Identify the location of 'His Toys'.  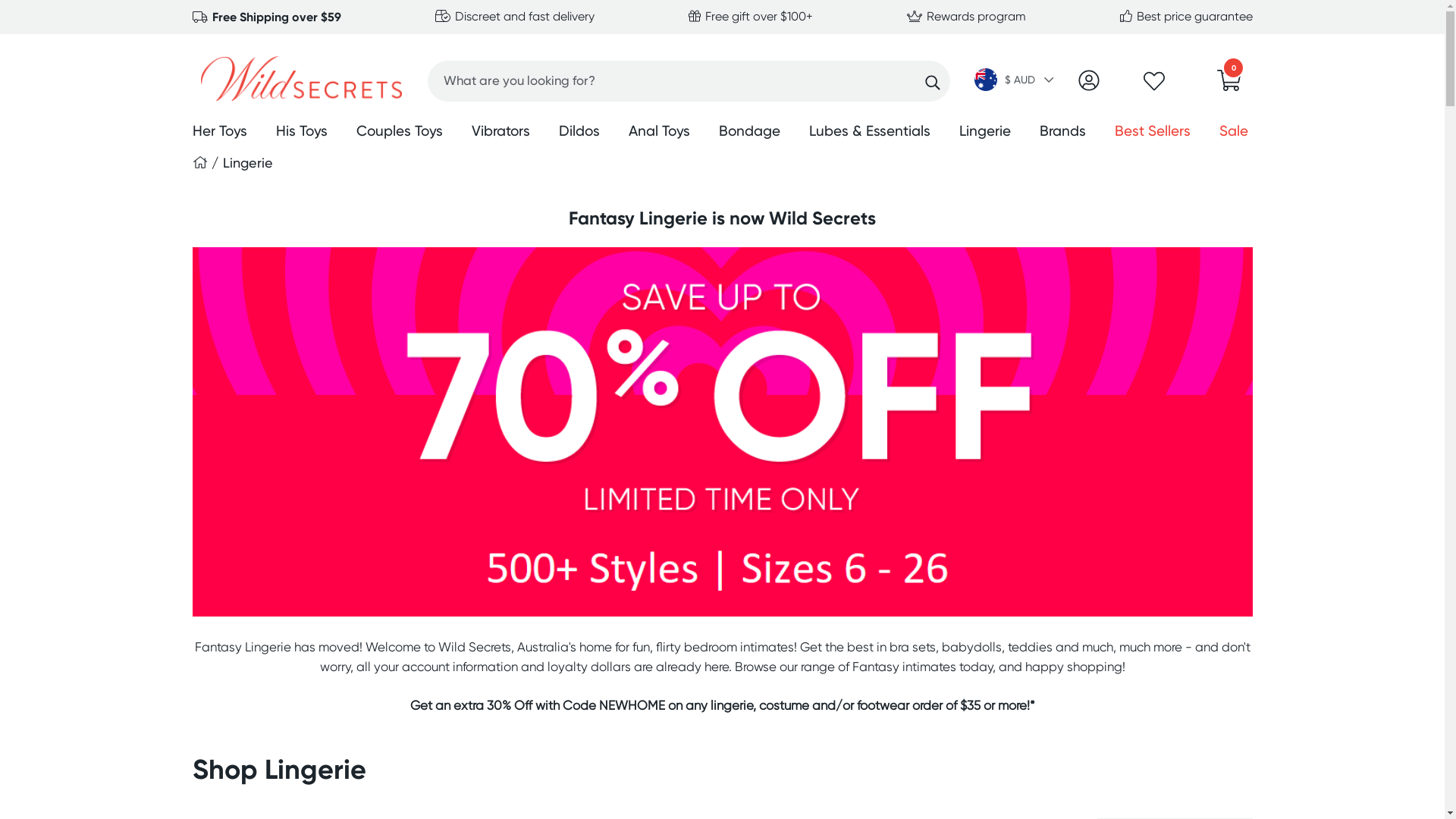
(302, 131).